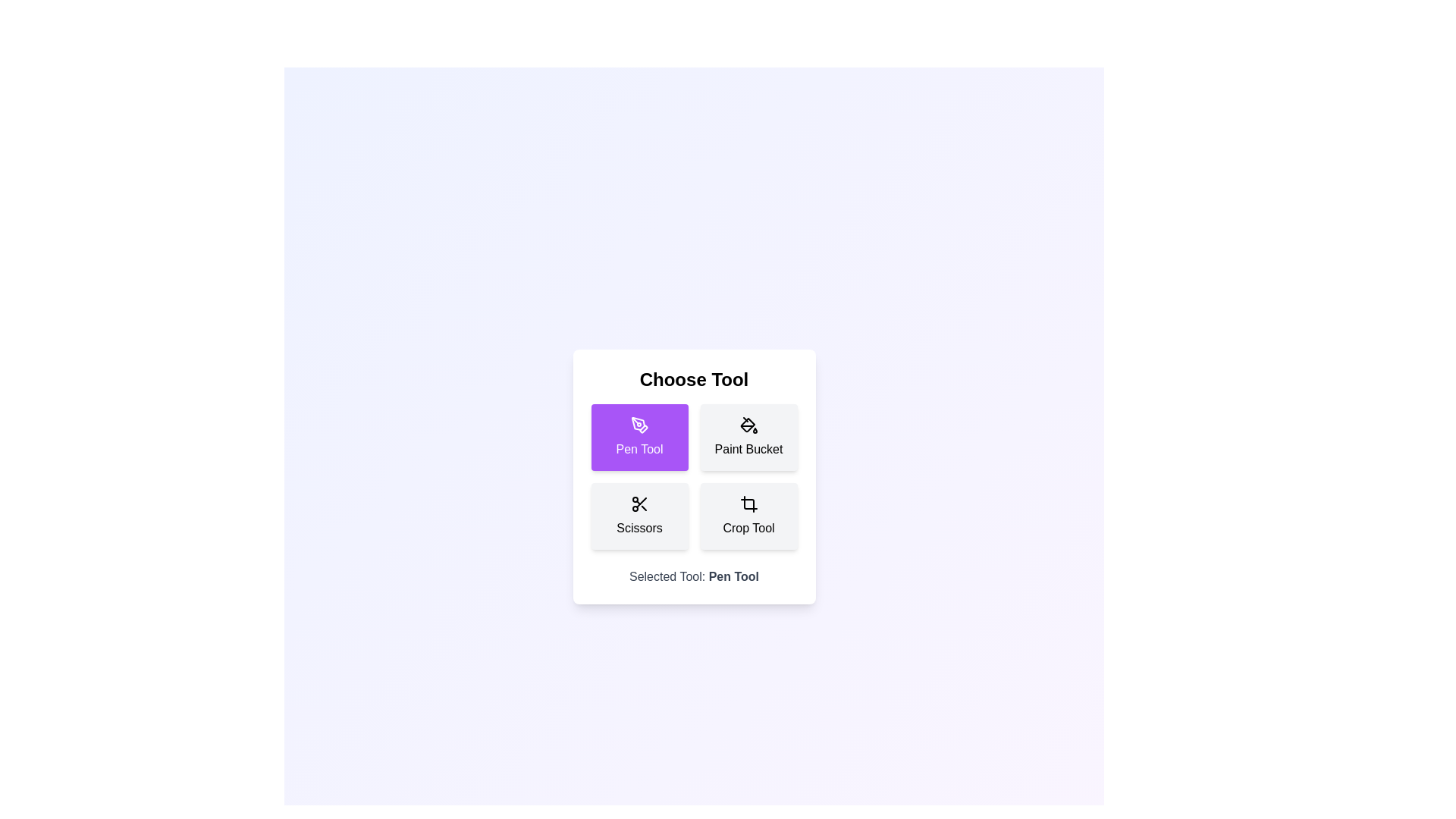 Image resolution: width=1456 pixels, height=819 pixels. Describe the element at coordinates (748, 438) in the screenshot. I see `the tool Paint Bucket by clicking on its corresponding button` at that location.